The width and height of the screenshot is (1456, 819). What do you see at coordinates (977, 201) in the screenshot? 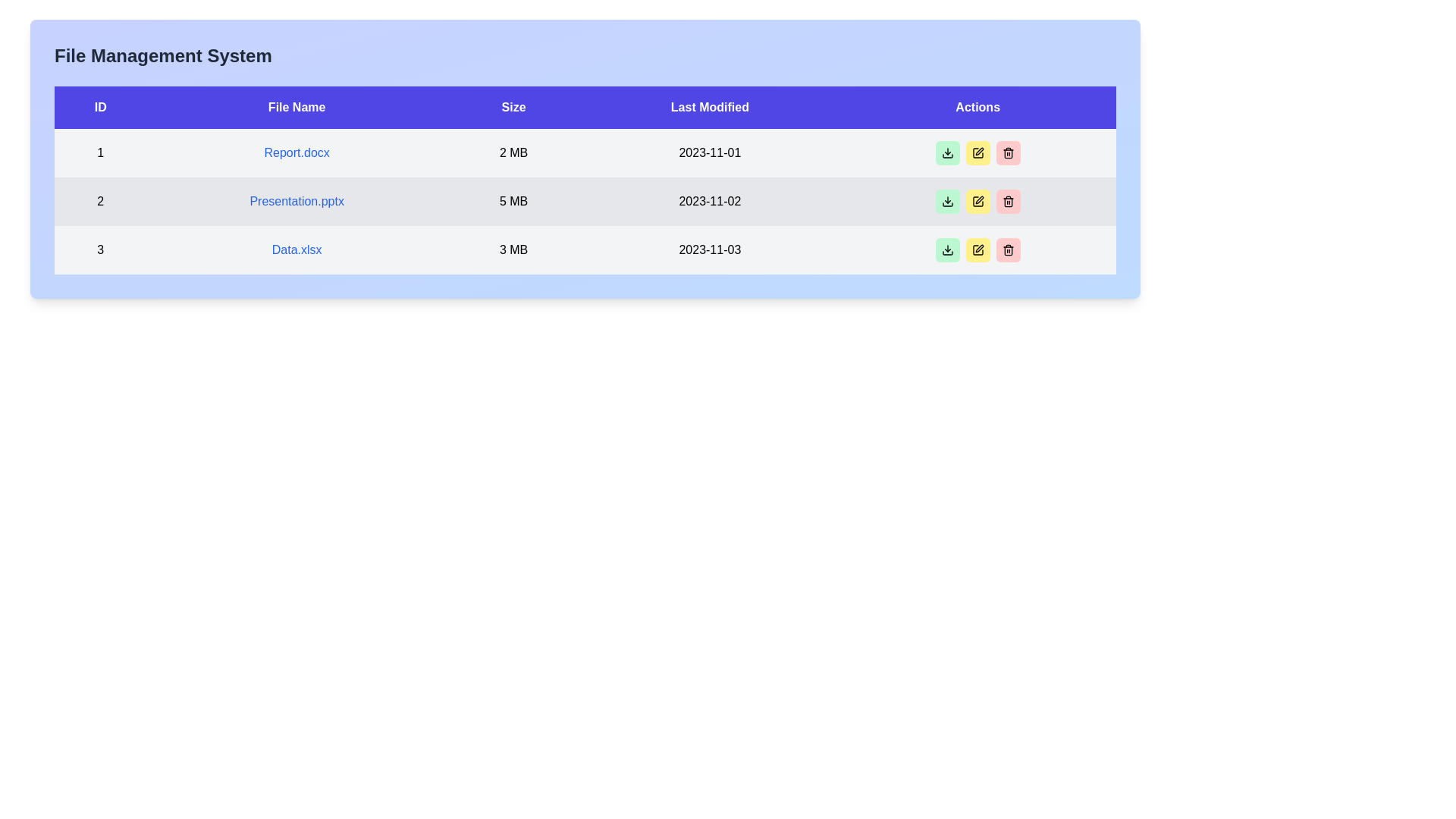
I see `the center of the yellow button with a pen icon in the 'Actions' column` at bounding box center [977, 201].